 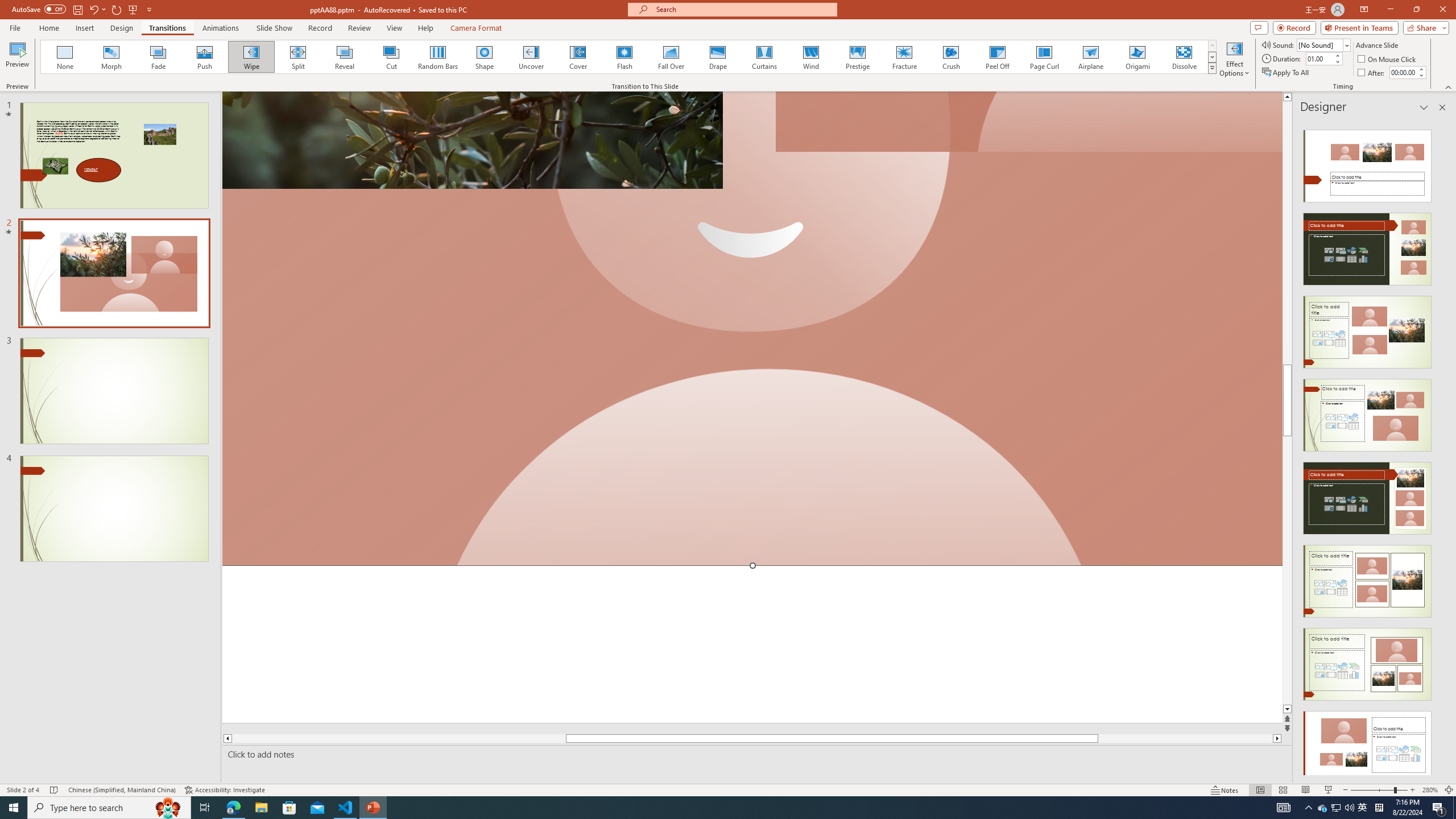 I want to click on 'Notes ', so click(x=1225, y=790).